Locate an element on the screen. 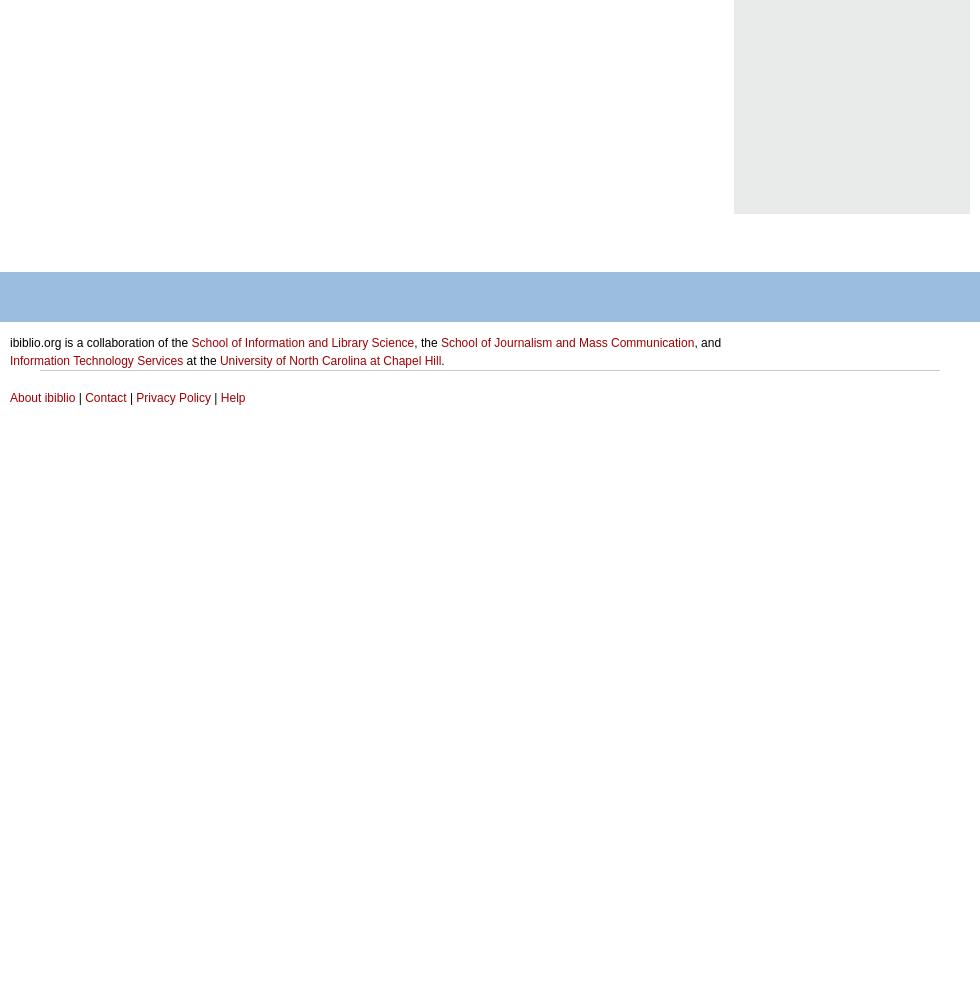 The height and width of the screenshot is (1000, 980). ', the' is located at coordinates (426, 342).